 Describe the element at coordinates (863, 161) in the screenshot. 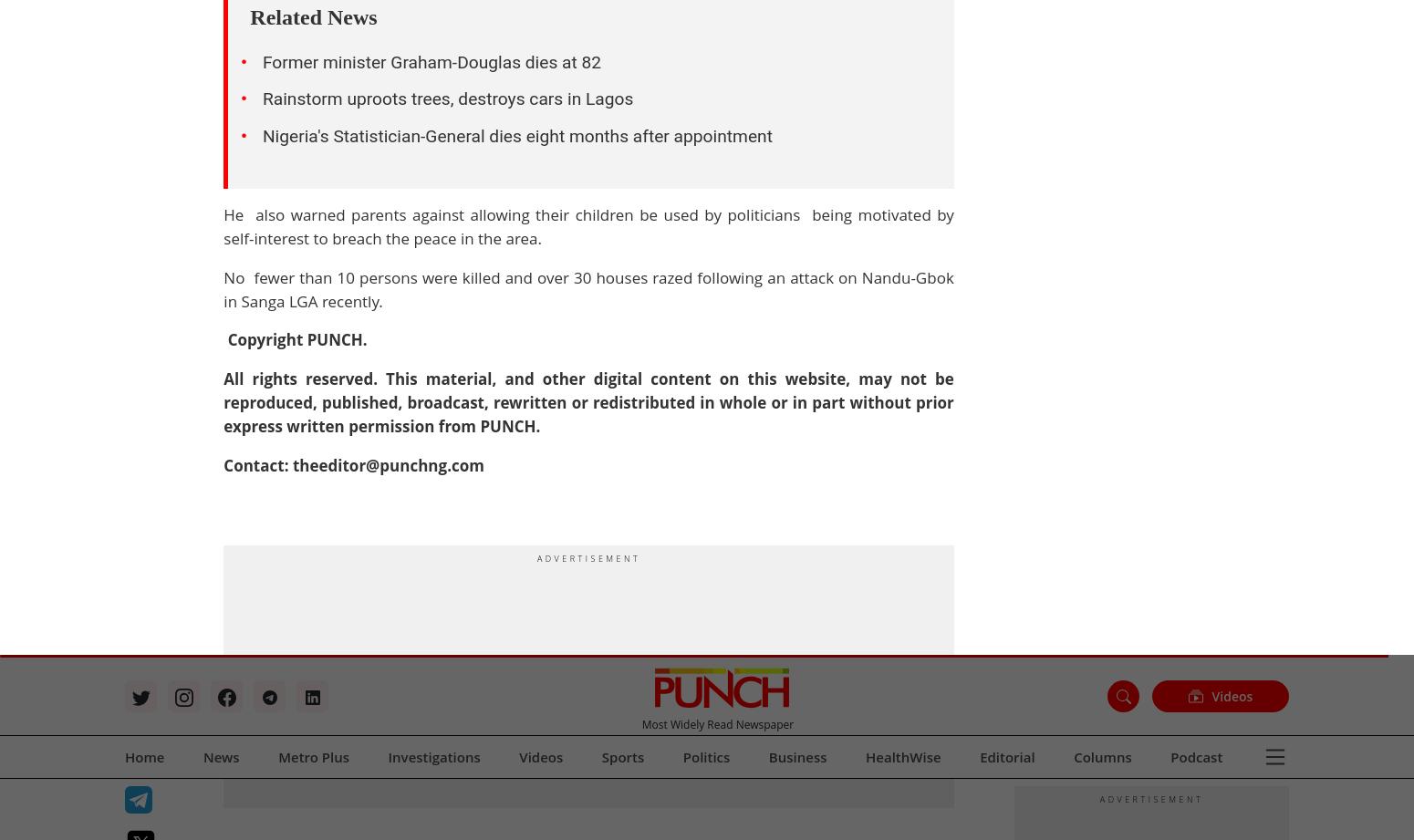

I see `'Contact'` at that location.